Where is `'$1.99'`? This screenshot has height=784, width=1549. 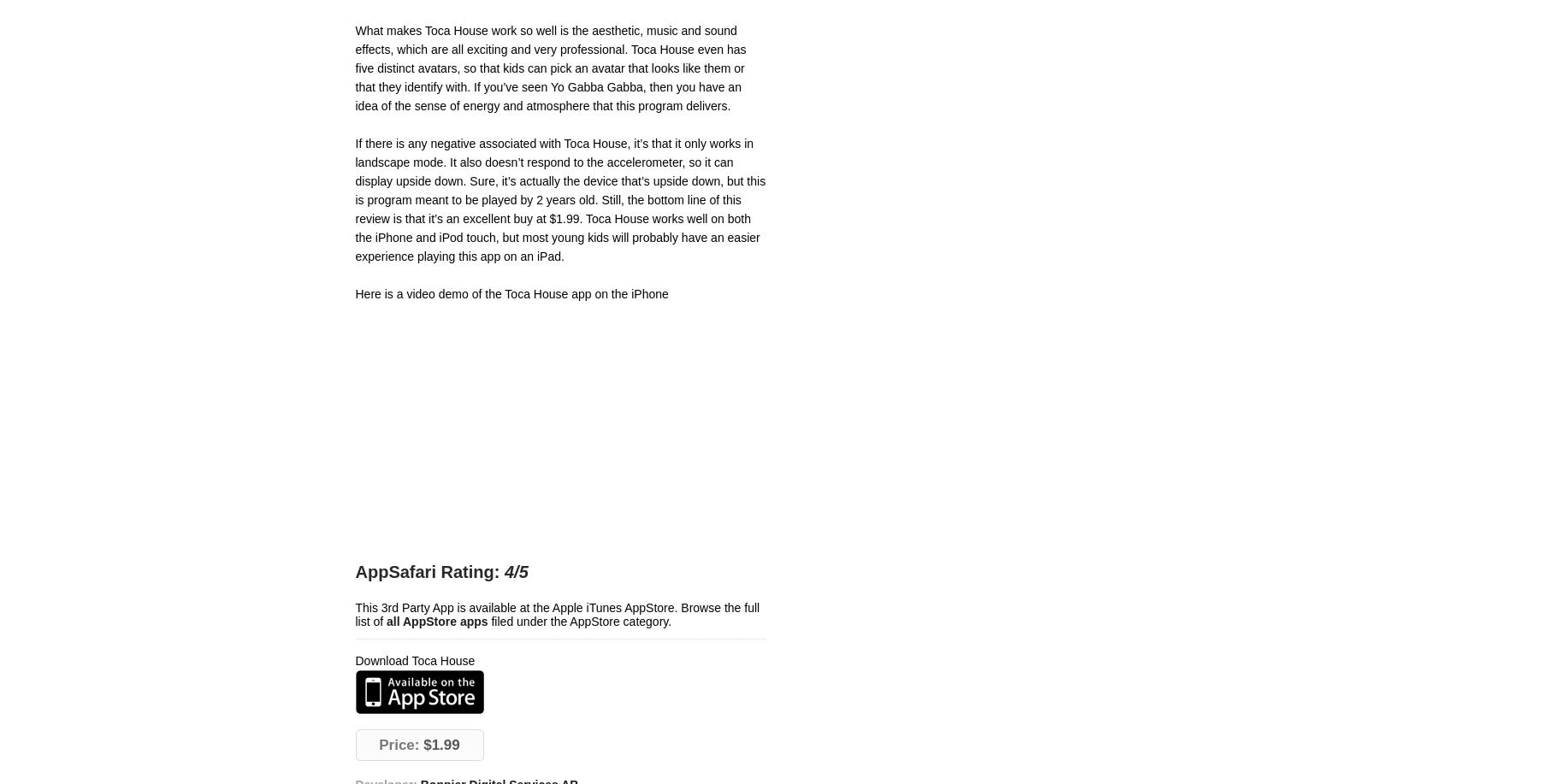 '$1.99' is located at coordinates (438, 744).